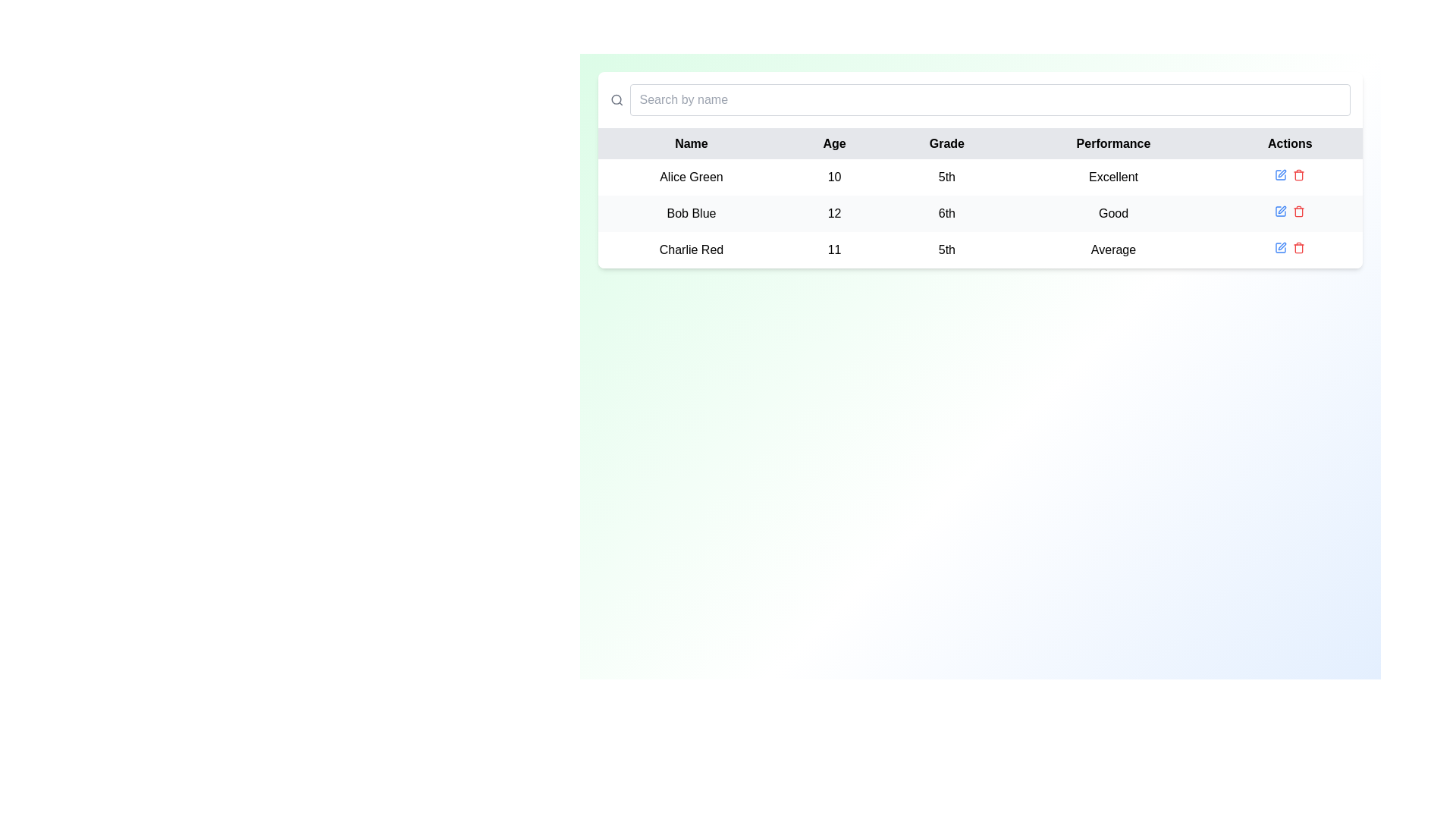 The width and height of the screenshot is (1456, 819). What do you see at coordinates (1113, 213) in the screenshot?
I see `the static text label displaying 'Good' in the 'Performance' column for 'Bob Blue' in the table` at bounding box center [1113, 213].